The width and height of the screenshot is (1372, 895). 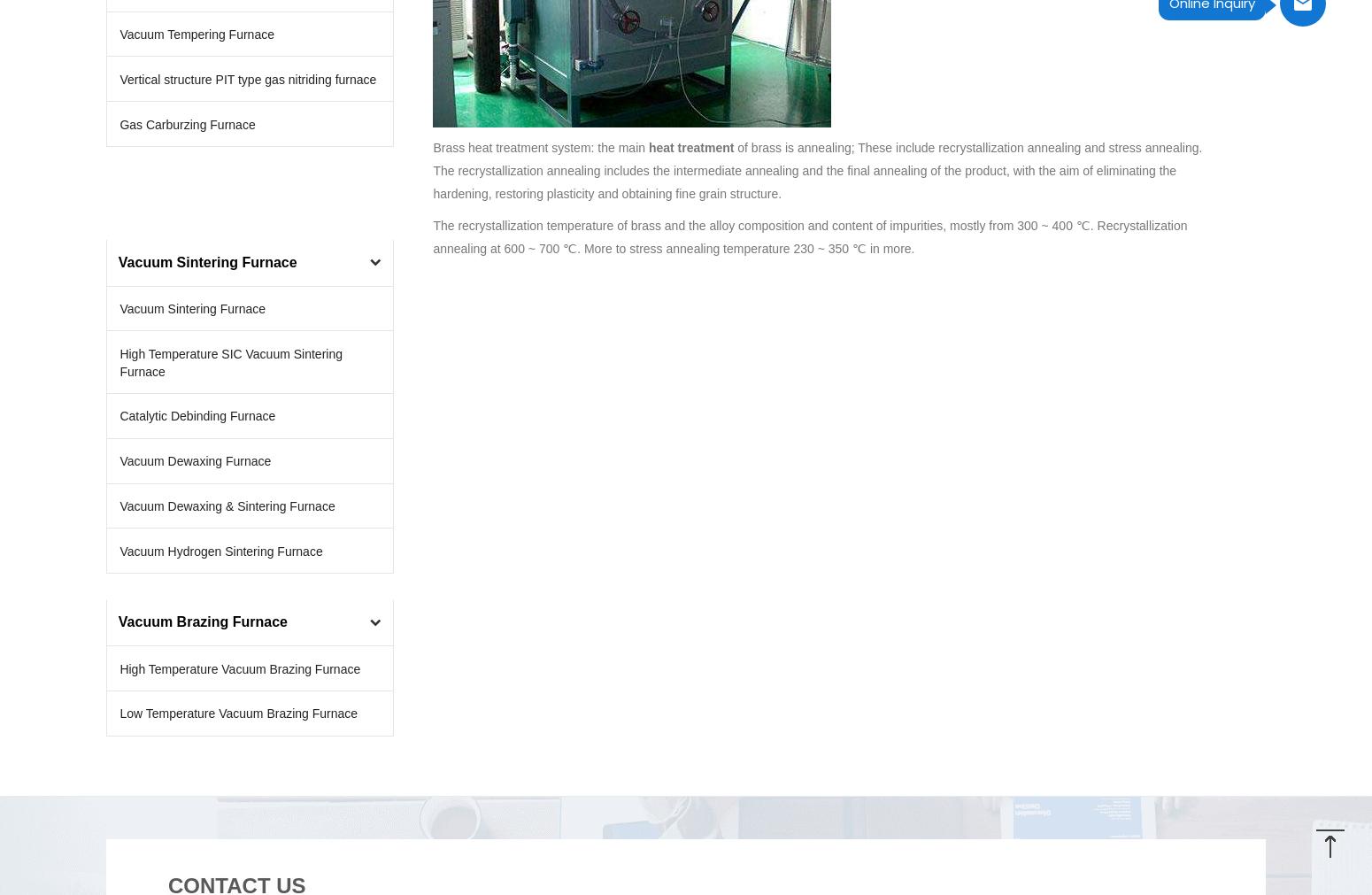 What do you see at coordinates (195, 34) in the screenshot?
I see `'Vacuum Tempering Furnace'` at bounding box center [195, 34].